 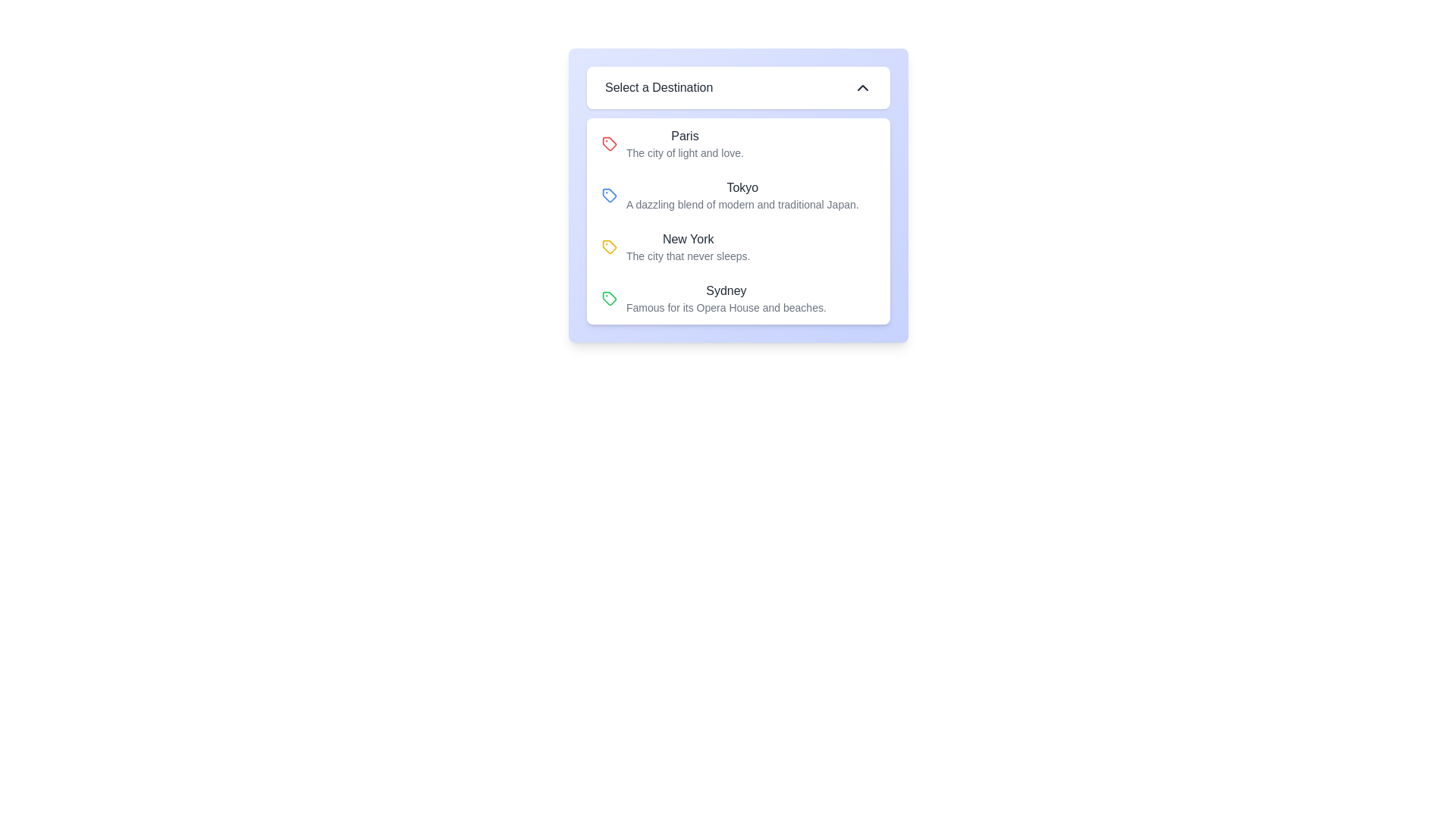 I want to click on the second item in a vertical list that represents the selectable option for the destination 'Tokyo', so click(x=739, y=195).